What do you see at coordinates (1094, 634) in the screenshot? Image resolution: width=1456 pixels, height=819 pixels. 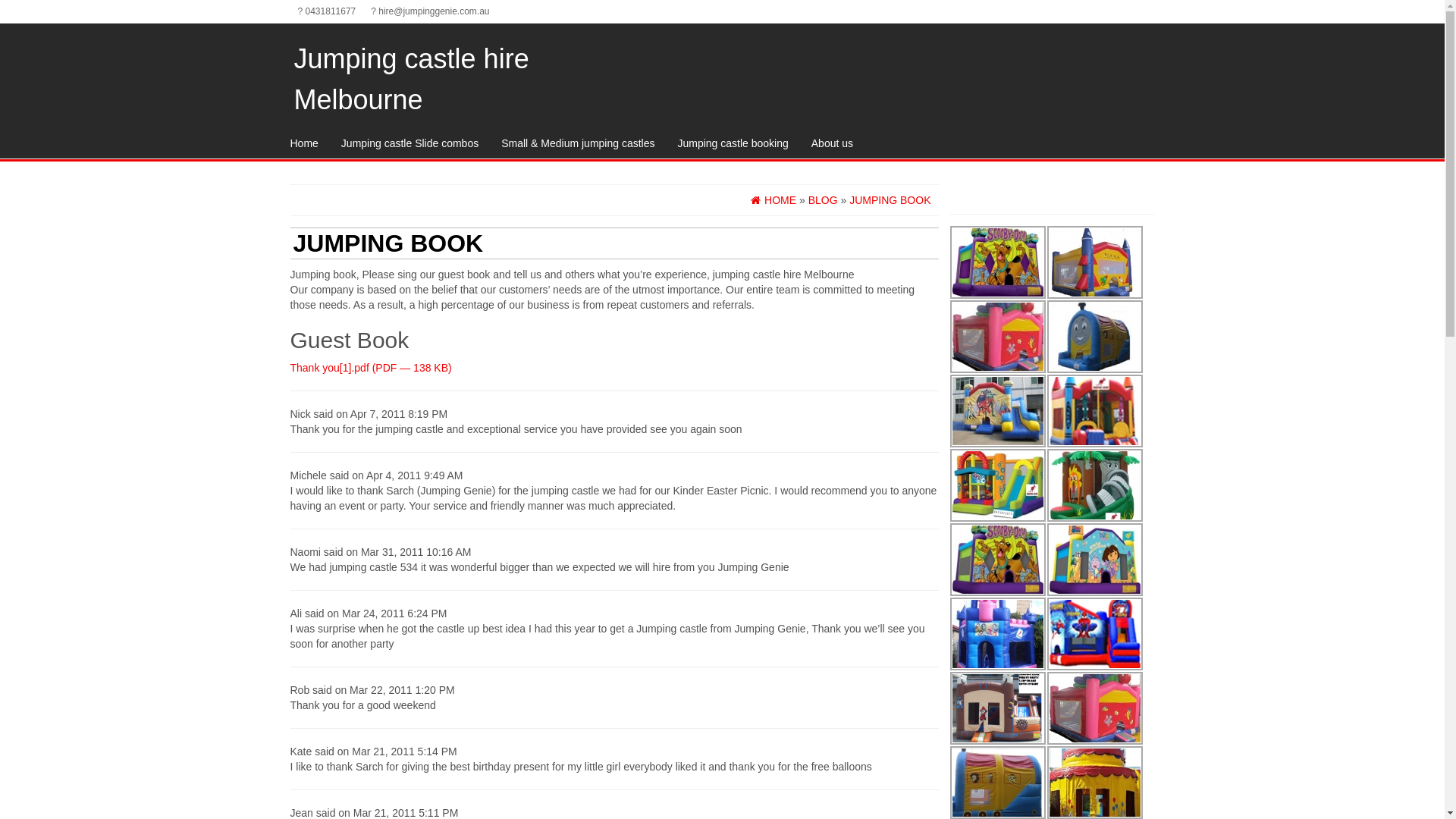 I see `'Jumping castle 537.jpg'` at bounding box center [1094, 634].